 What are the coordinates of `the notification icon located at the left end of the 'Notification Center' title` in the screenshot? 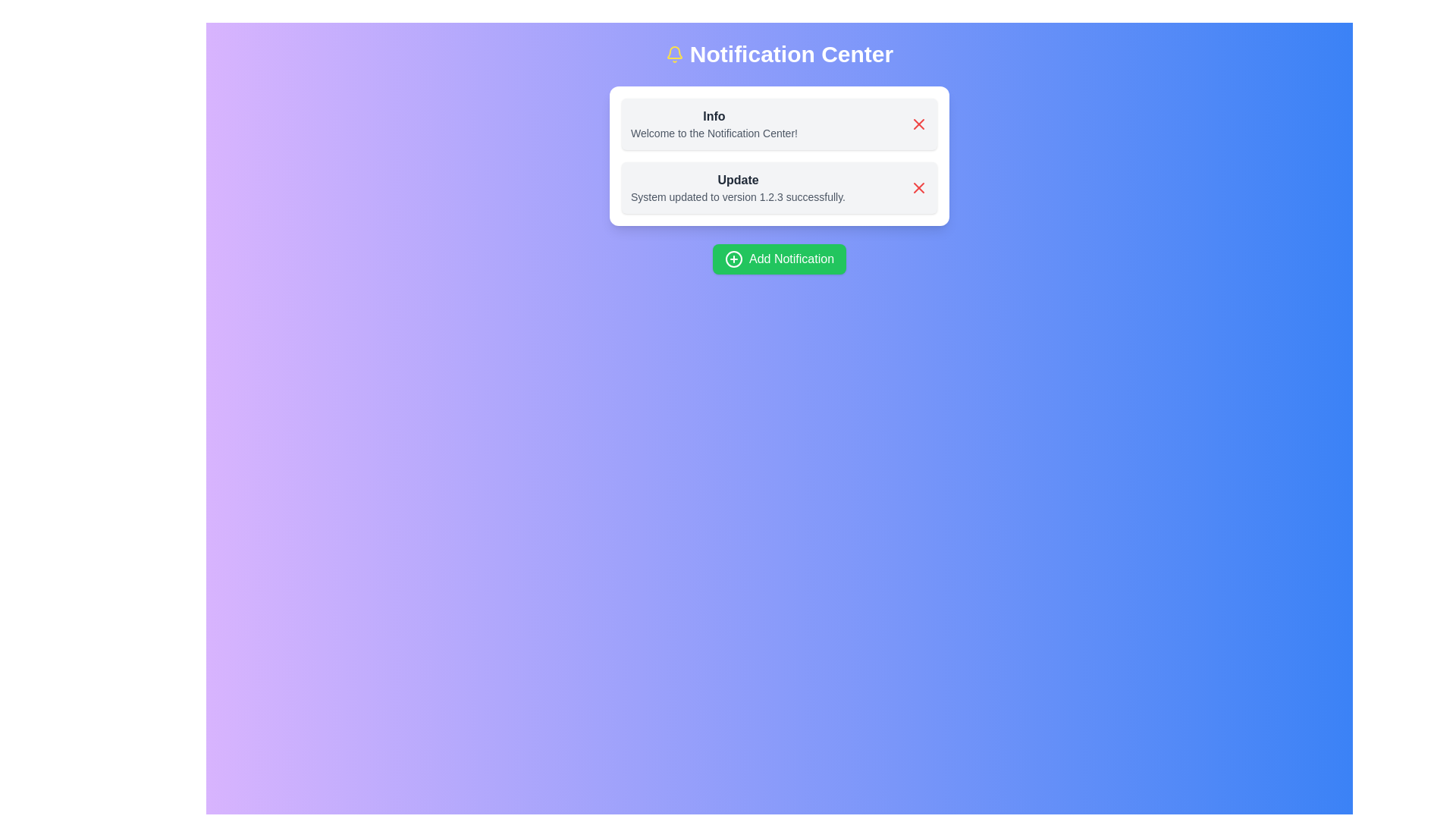 It's located at (673, 54).